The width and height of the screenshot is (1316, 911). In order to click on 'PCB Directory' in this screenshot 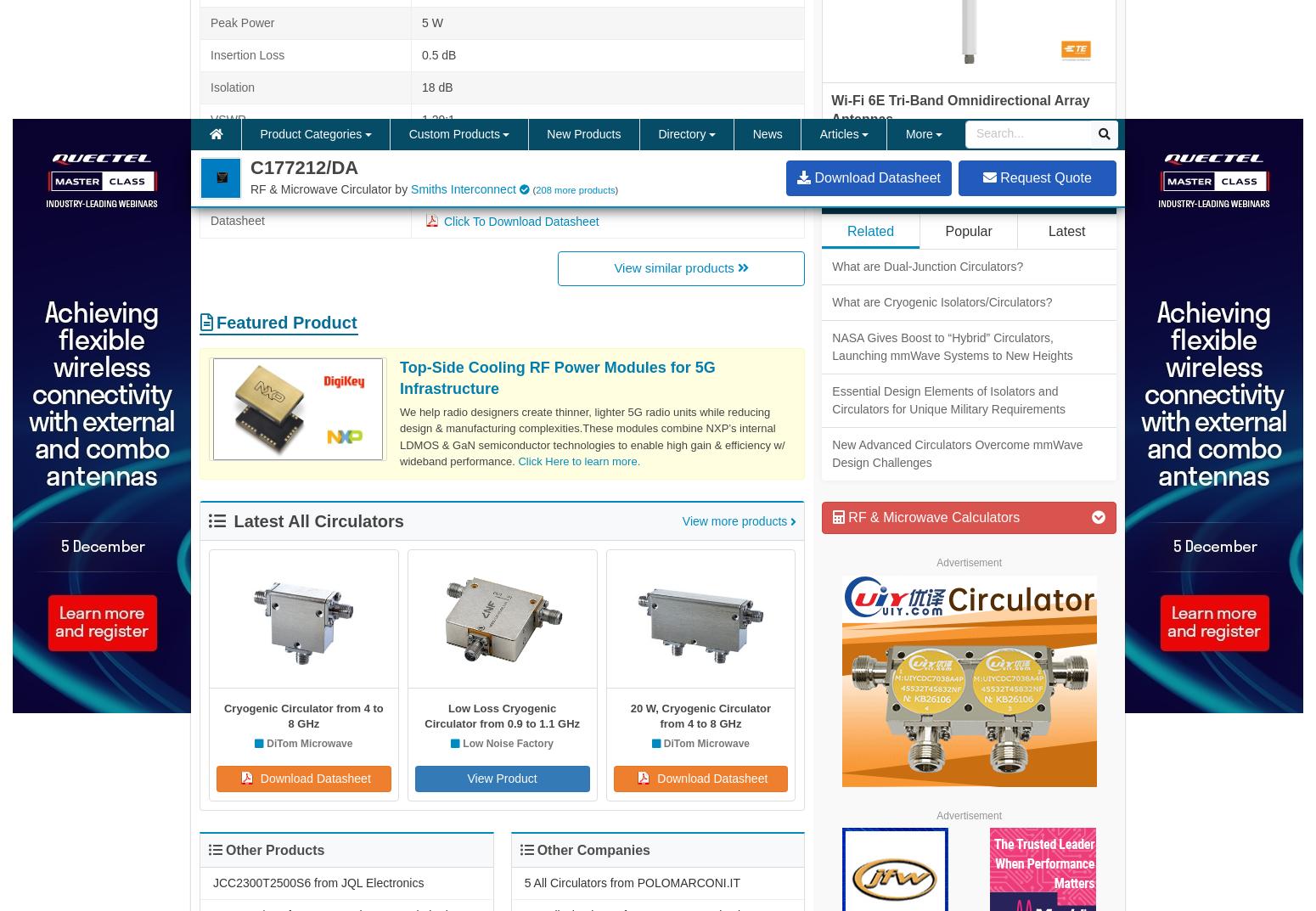, I will do `click(936, 532)`.